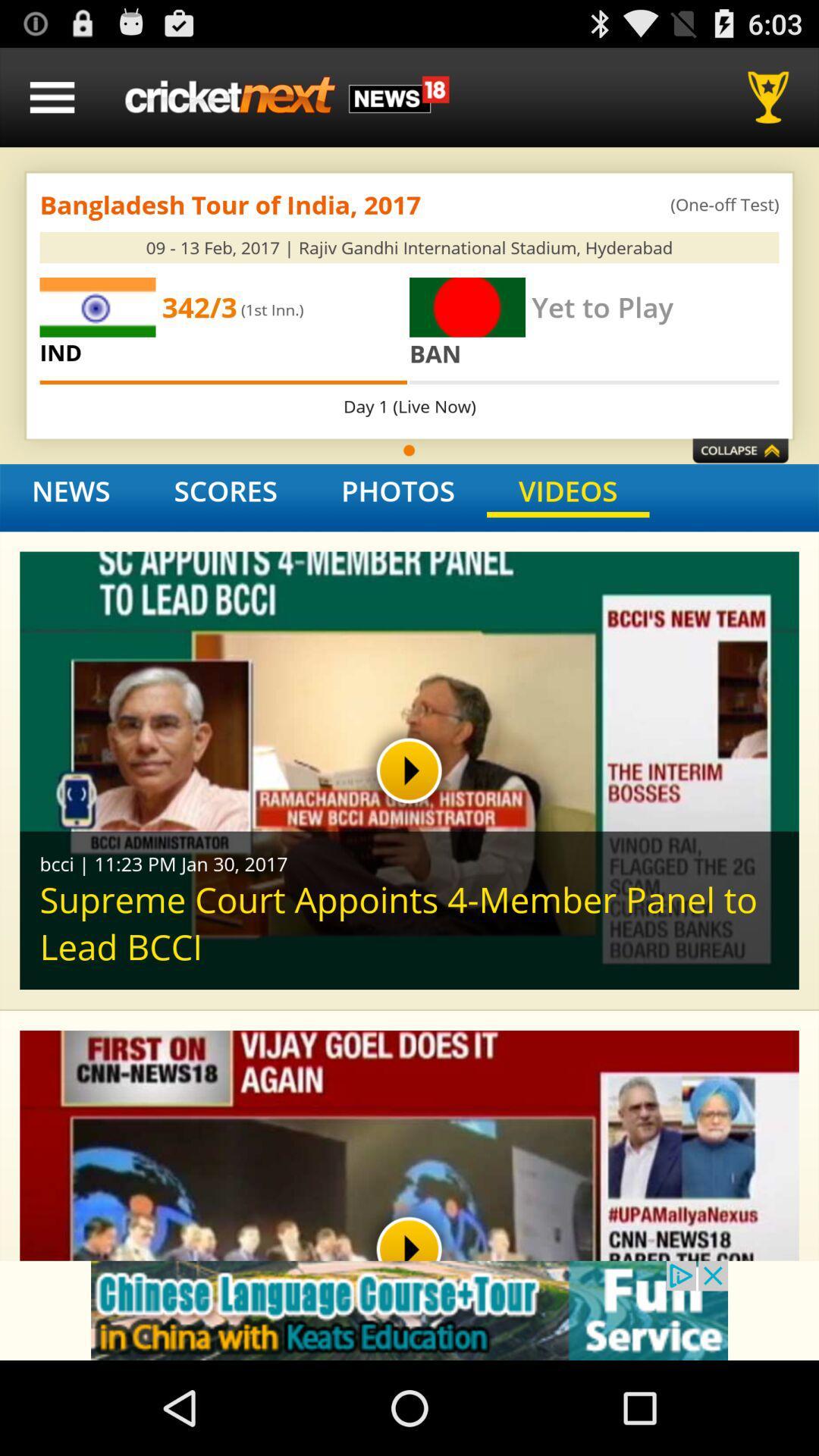 This screenshot has height=1456, width=819. What do you see at coordinates (773, 96) in the screenshot?
I see `search botton` at bounding box center [773, 96].